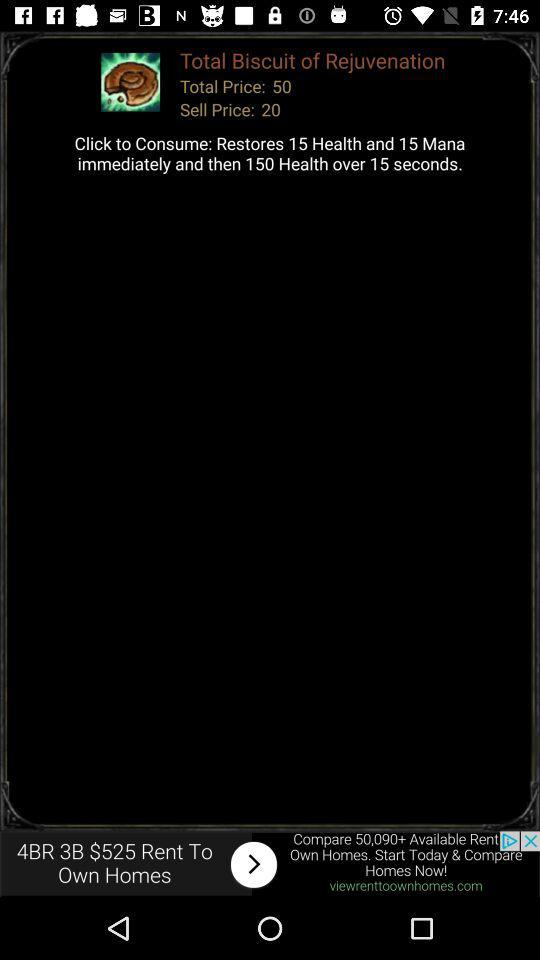 Image resolution: width=540 pixels, height=960 pixels. Describe the element at coordinates (270, 863) in the screenshot. I see `menu page` at that location.